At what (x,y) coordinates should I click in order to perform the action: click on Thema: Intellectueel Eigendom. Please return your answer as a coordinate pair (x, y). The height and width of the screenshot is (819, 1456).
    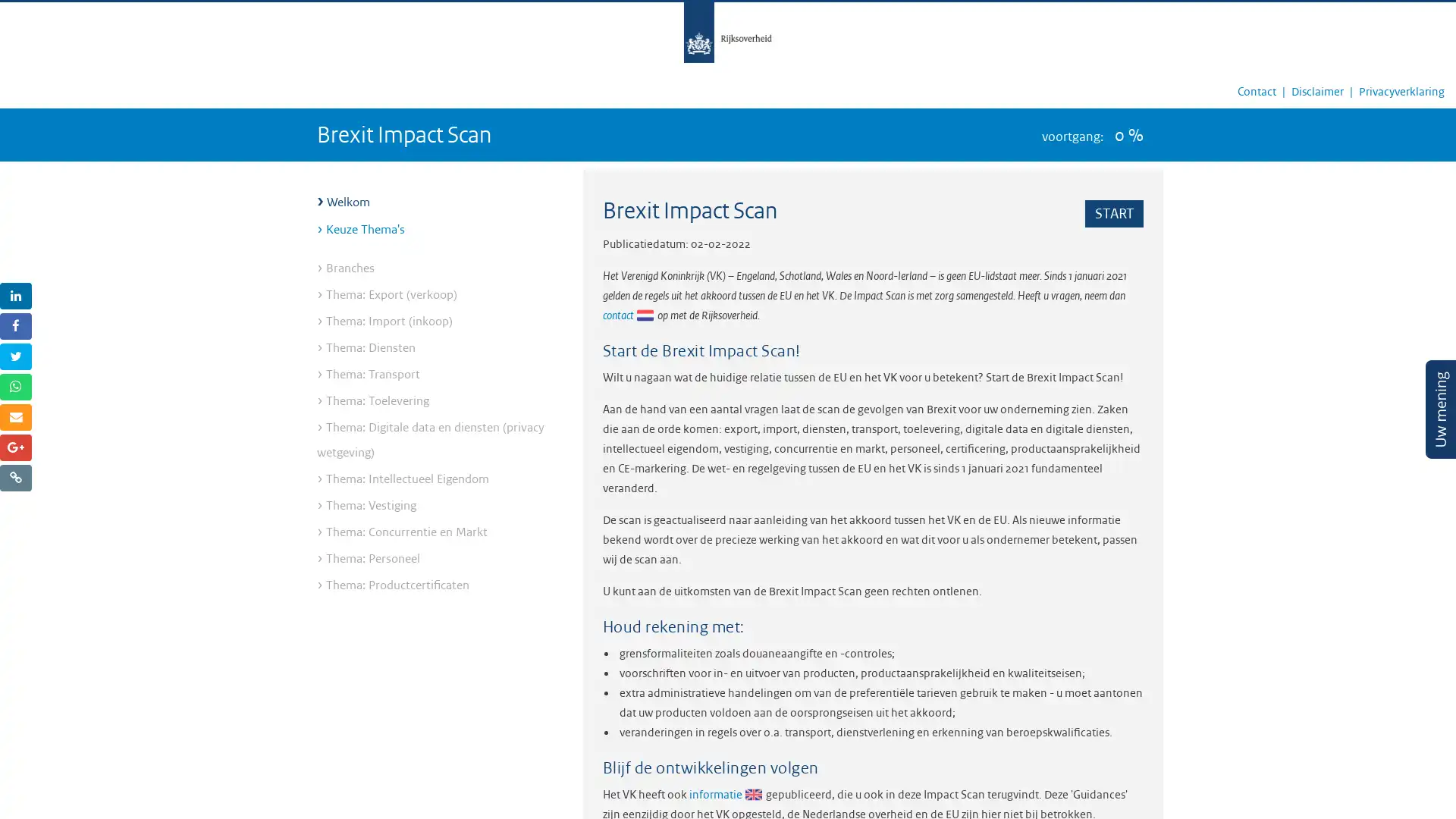
    Looking at the image, I should click on (436, 479).